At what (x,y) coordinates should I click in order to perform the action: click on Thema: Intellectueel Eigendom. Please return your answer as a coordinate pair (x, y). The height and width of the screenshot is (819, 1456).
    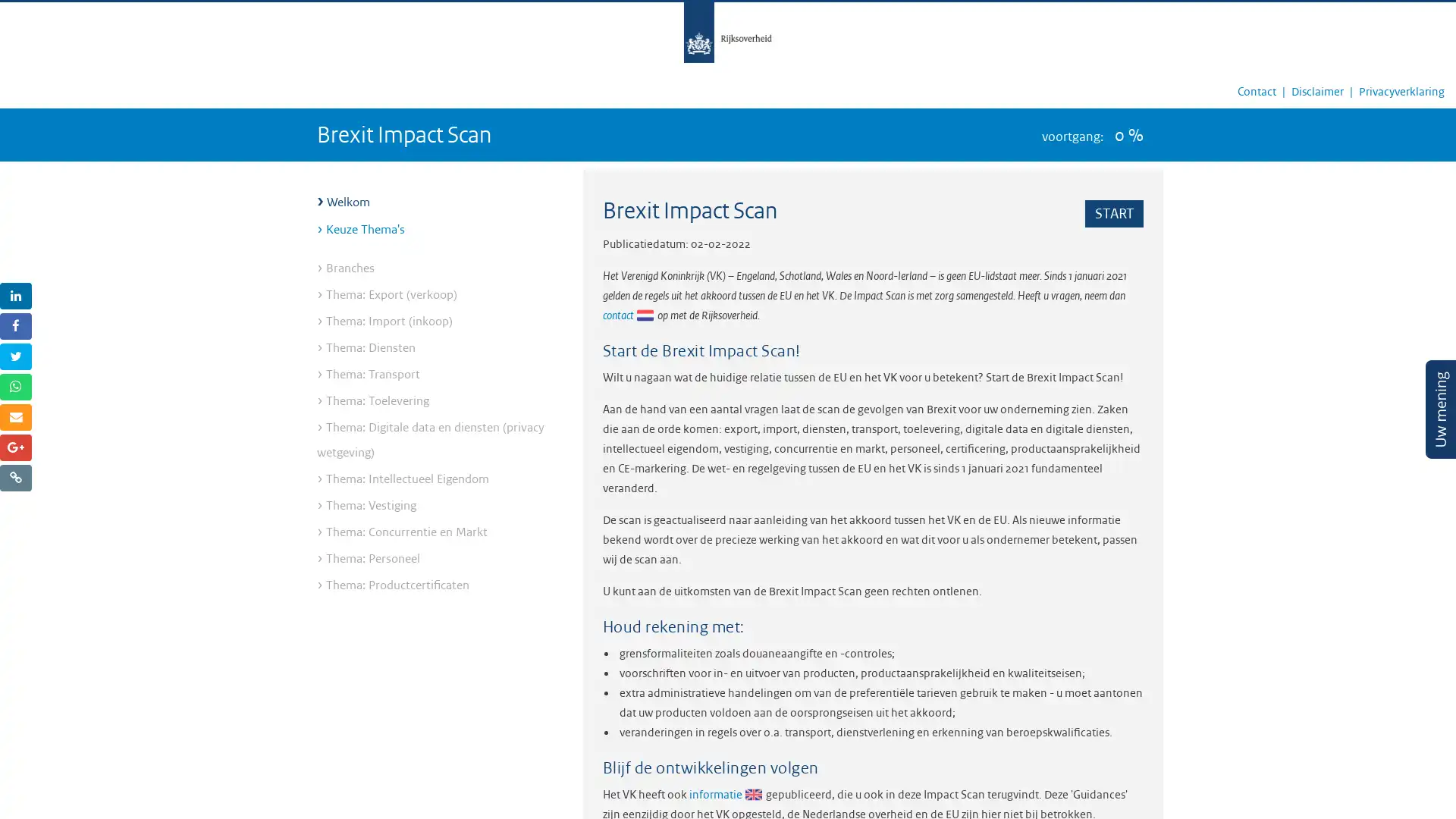
    Looking at the image, I should click on (436, 479).